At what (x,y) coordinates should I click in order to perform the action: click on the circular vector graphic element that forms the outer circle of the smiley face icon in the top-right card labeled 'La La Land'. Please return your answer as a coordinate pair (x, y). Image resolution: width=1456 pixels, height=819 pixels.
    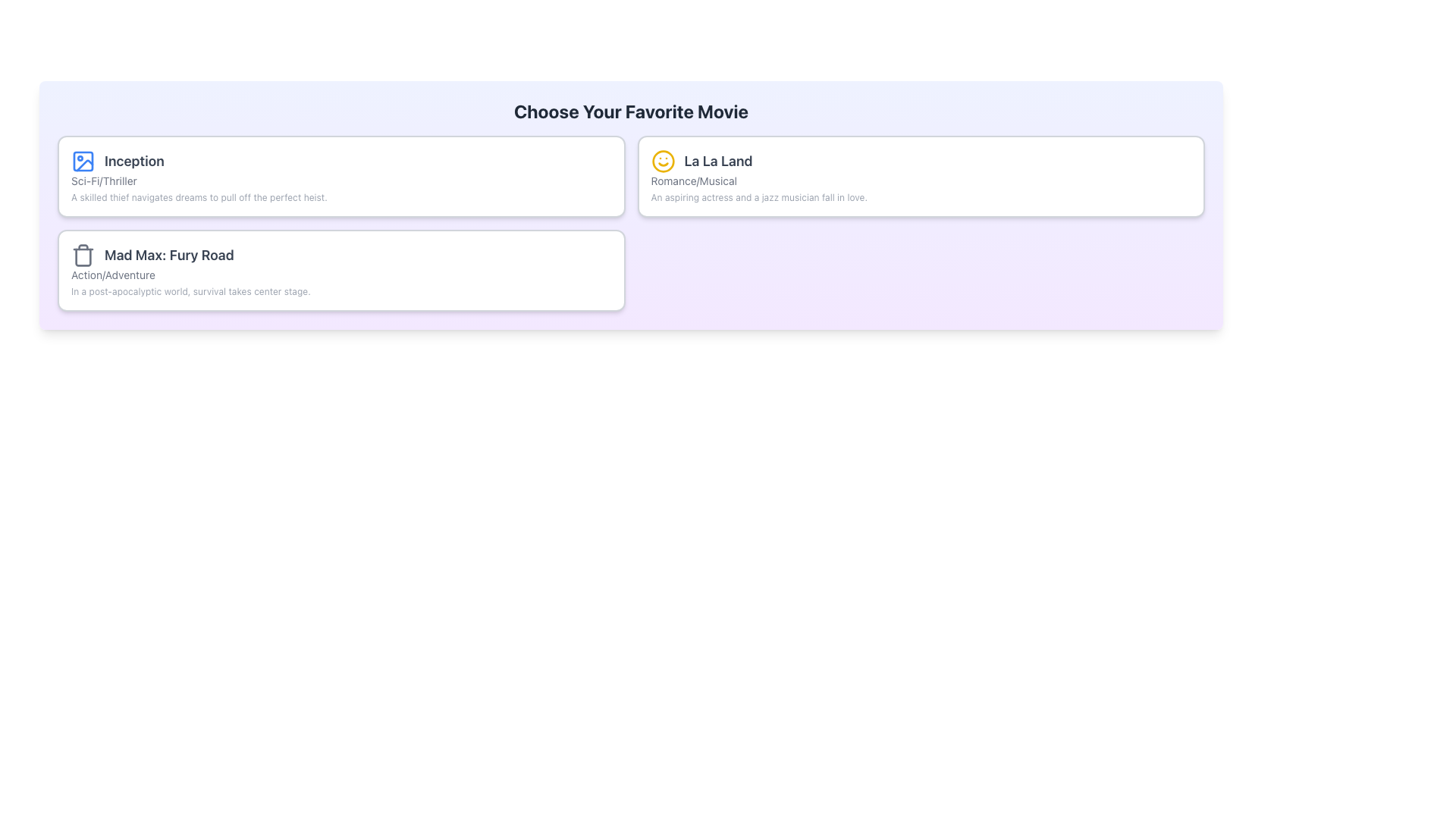
    Looking at the image, I should click on (663, 161).